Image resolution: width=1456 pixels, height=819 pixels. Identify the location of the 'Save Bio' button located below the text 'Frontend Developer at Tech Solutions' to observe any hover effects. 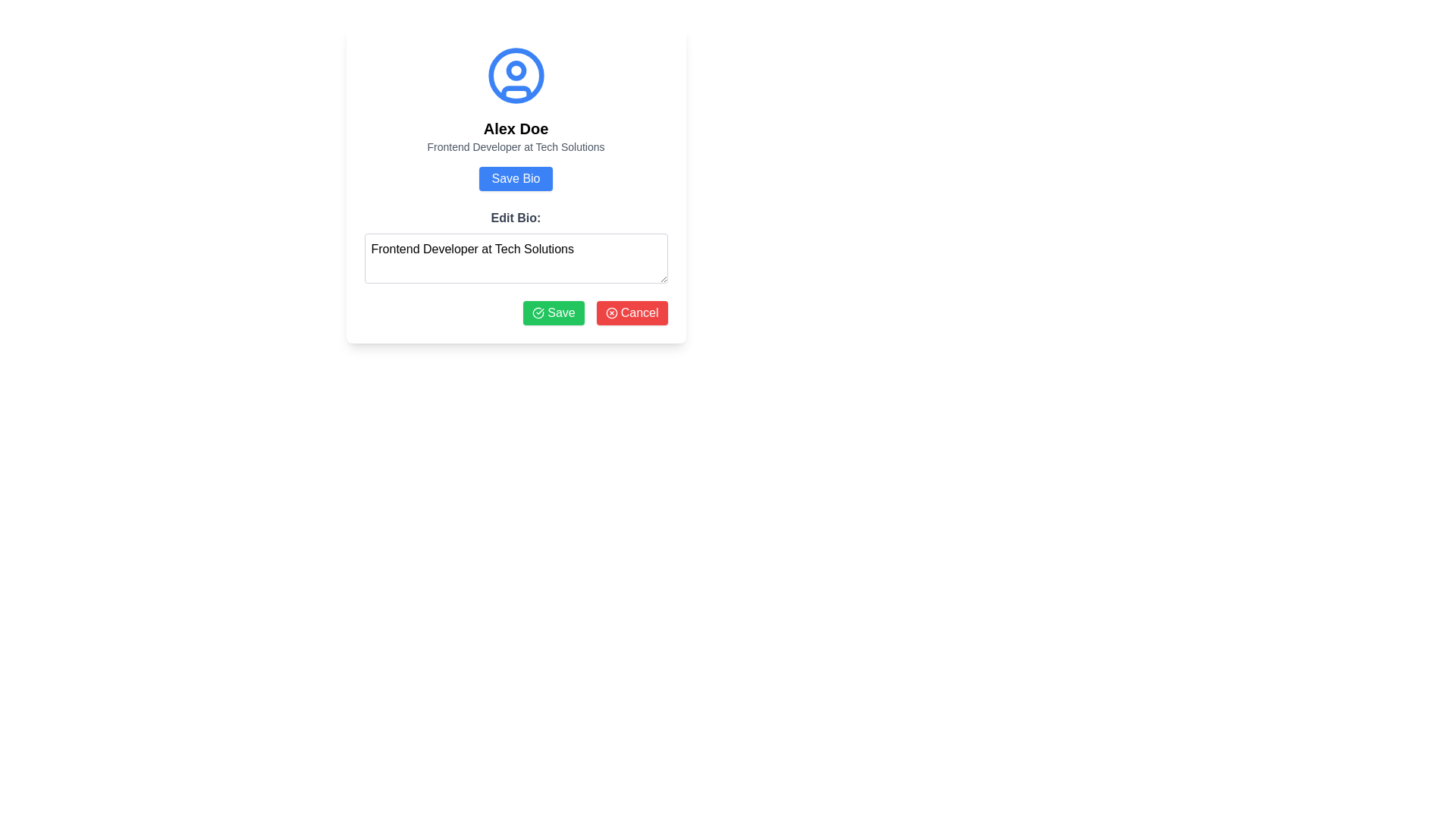
(516, 177).